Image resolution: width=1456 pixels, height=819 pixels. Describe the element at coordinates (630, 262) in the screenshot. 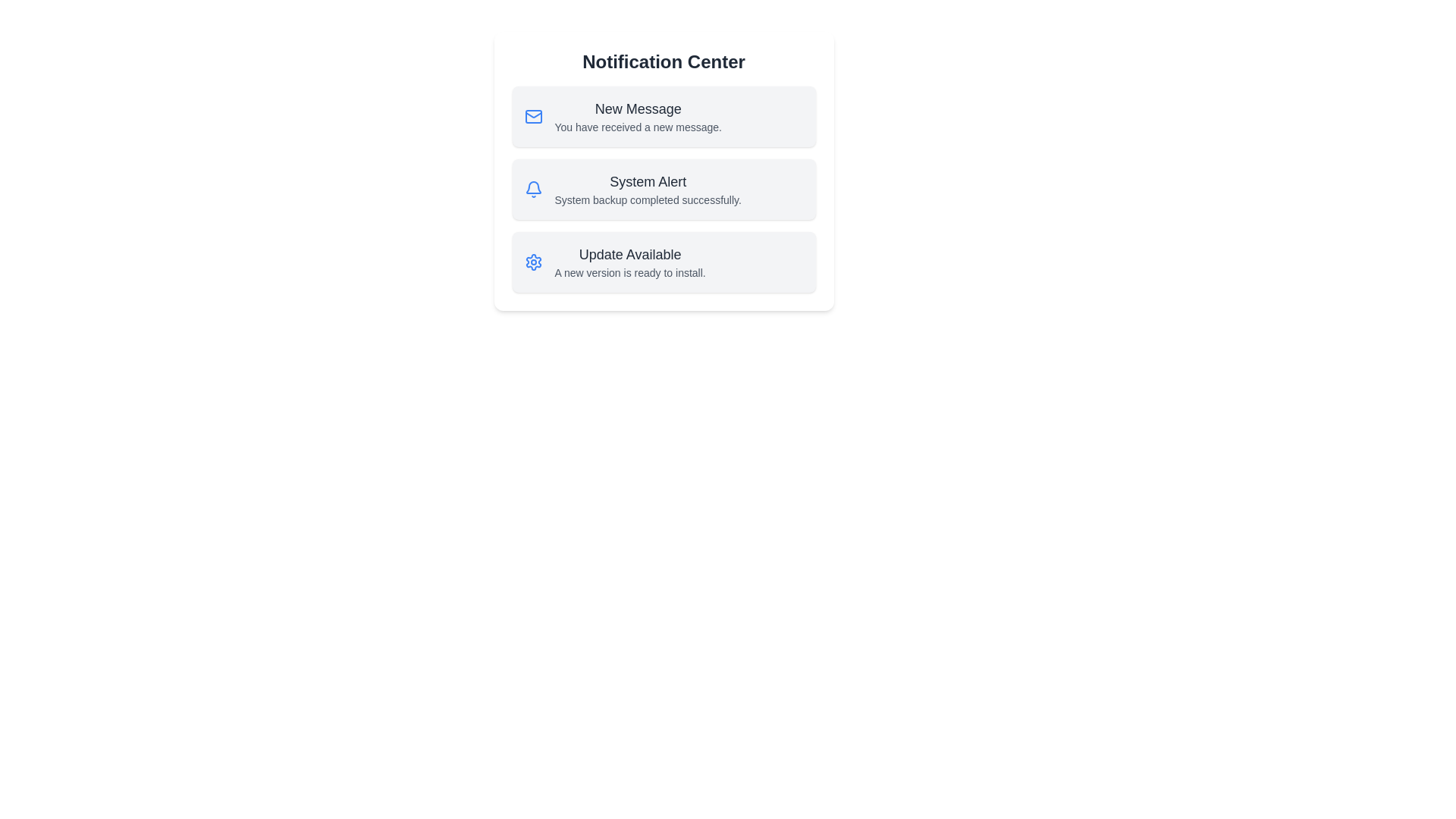

I see `the last notification in the 'Notification Center' that informs the user about an available update for the application` at that location.